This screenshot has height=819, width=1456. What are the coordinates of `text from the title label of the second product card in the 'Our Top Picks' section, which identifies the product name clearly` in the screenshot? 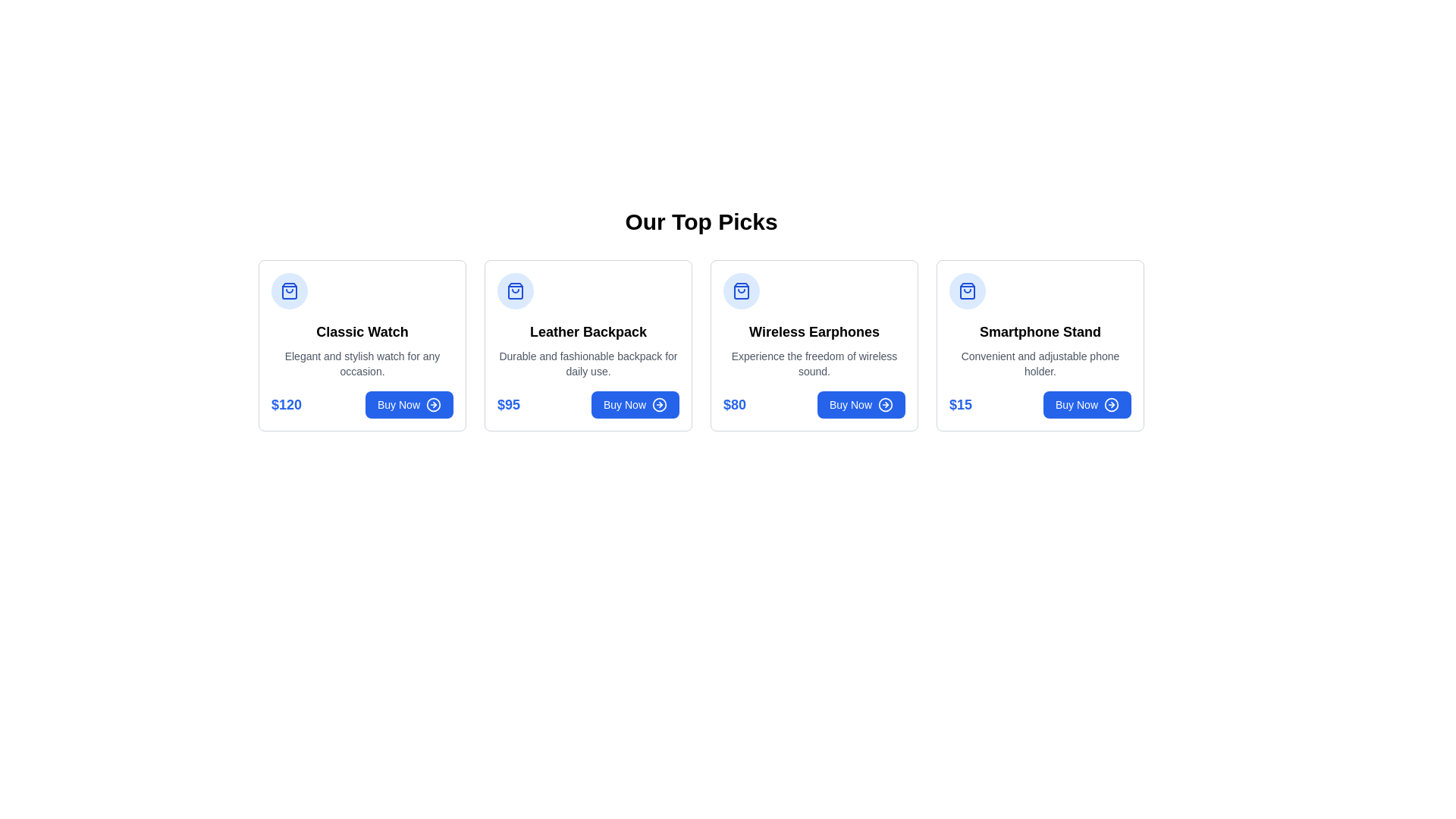 It's located at (588, 331).